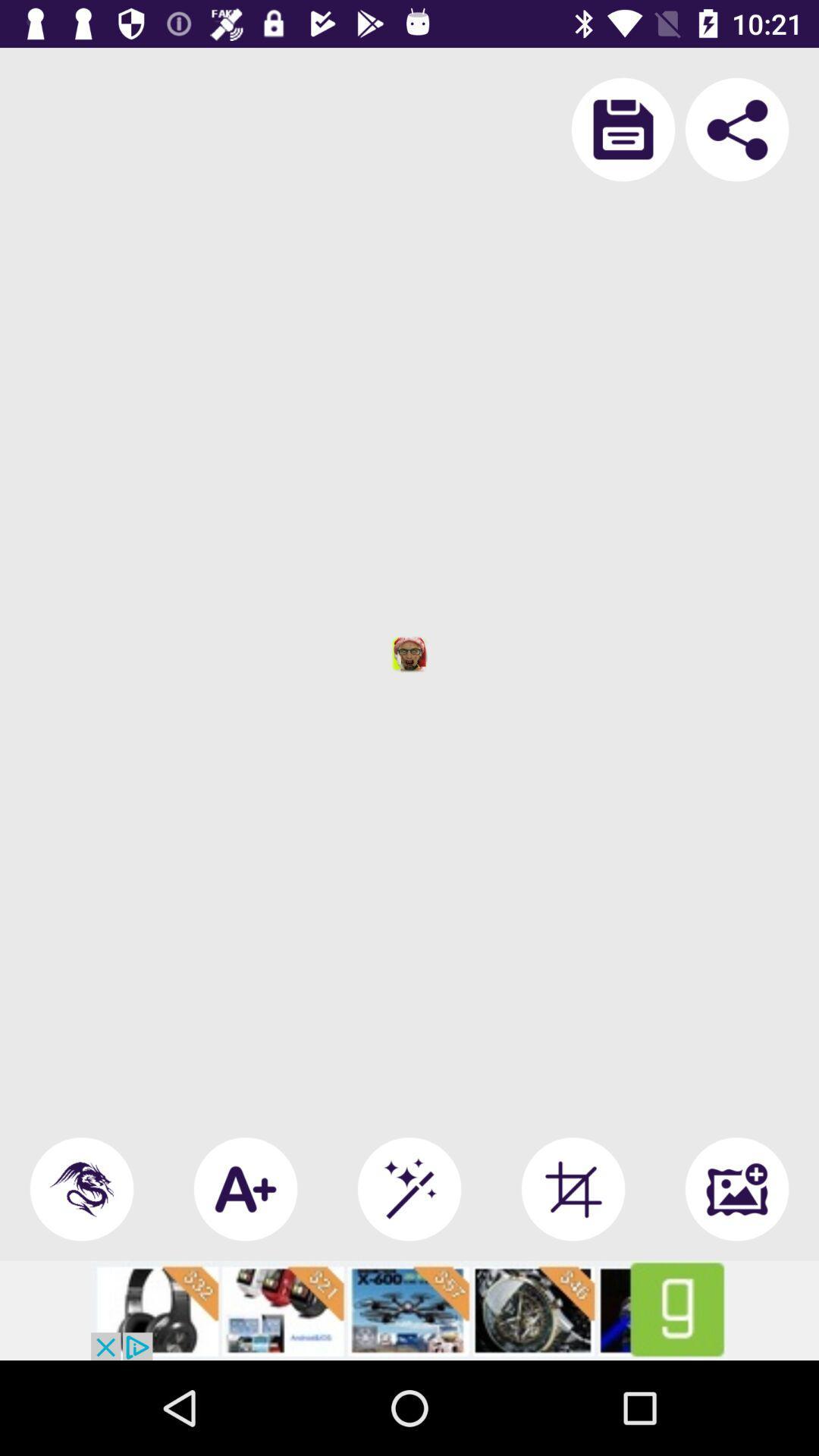  I want to click on advertisement, so click(409, 1310).